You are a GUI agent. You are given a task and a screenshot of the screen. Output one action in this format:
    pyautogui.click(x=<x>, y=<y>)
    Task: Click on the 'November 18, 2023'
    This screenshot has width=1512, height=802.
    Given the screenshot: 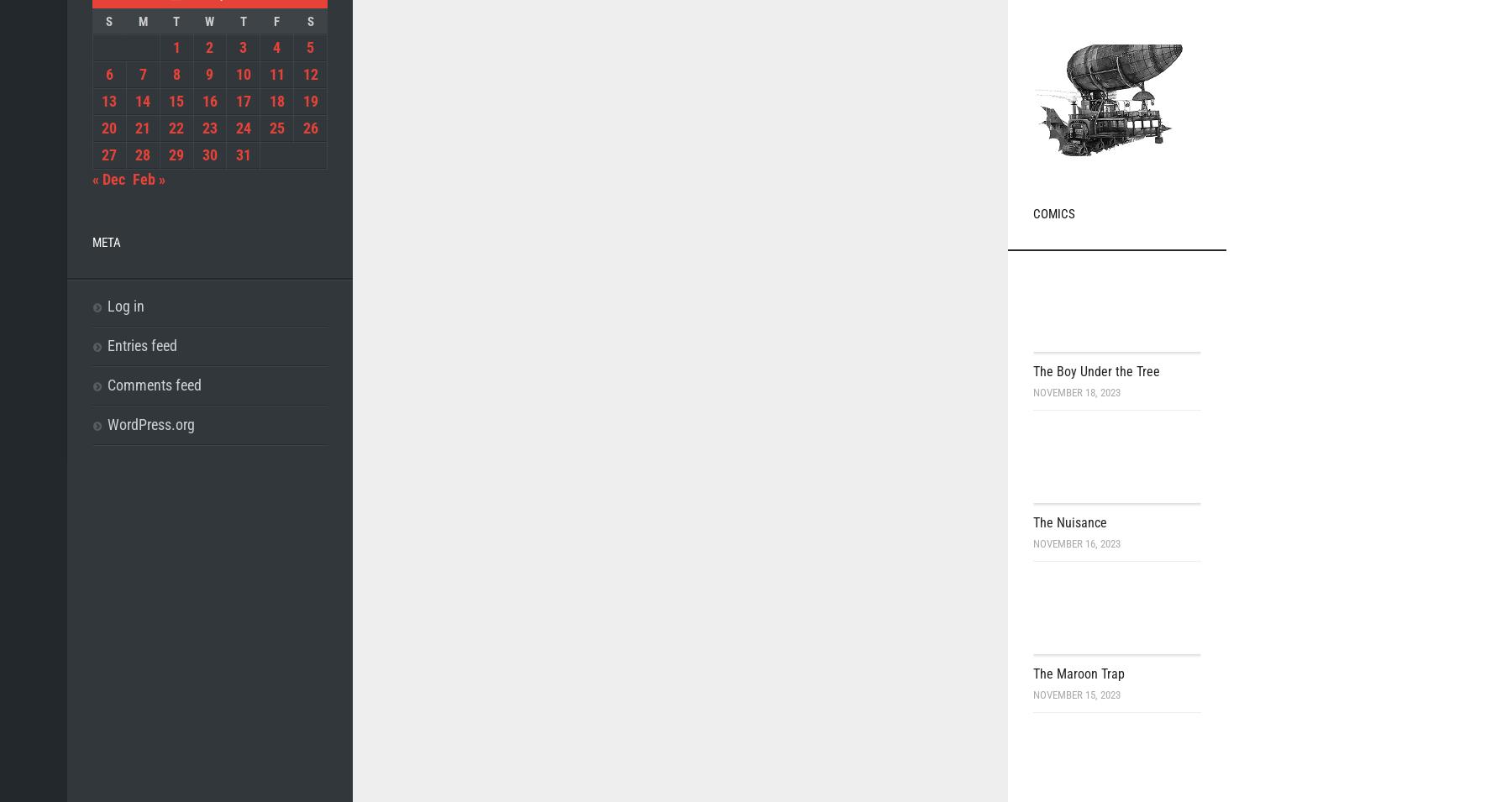 What is the action you would take?
    pyautogui.click(x=1032, y=391)
    